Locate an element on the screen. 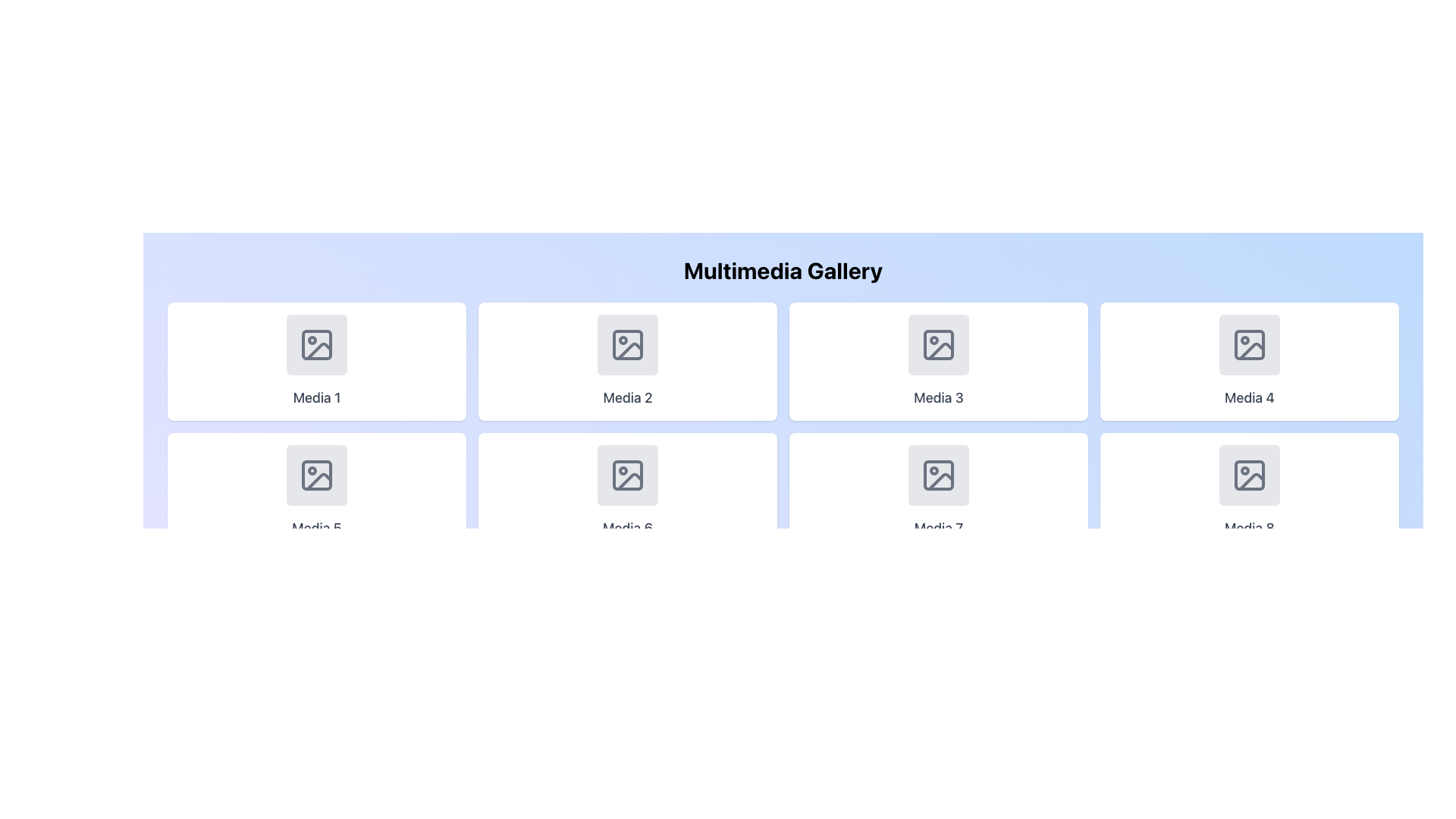  the Vector Graphic representing 'Media 2' located in the upper-center quadrant of the second image placeholder in a 2x4 grid layout is located at coordinates (628, 345).